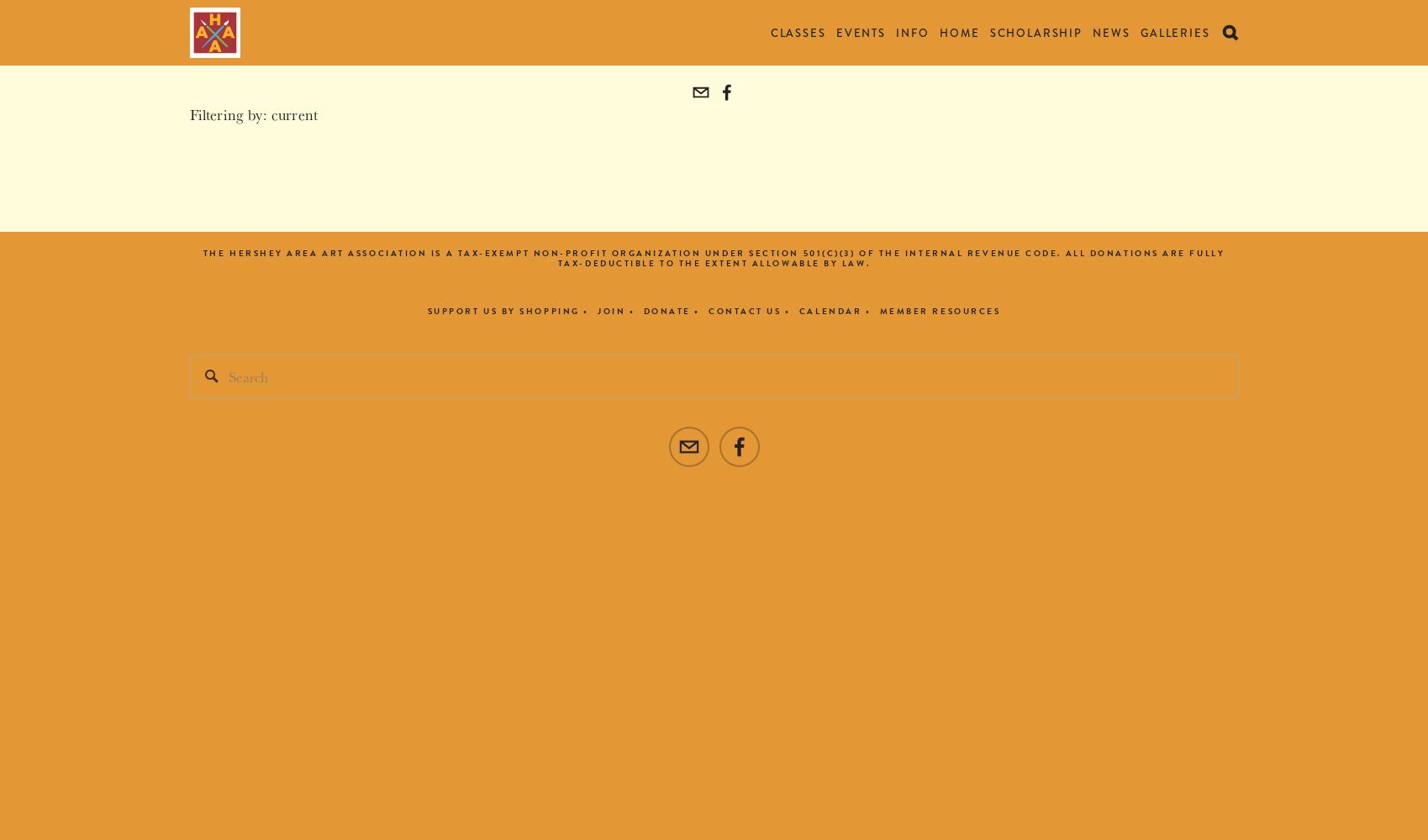  I want to click on 'Filtering by: current', so click(252, 113).